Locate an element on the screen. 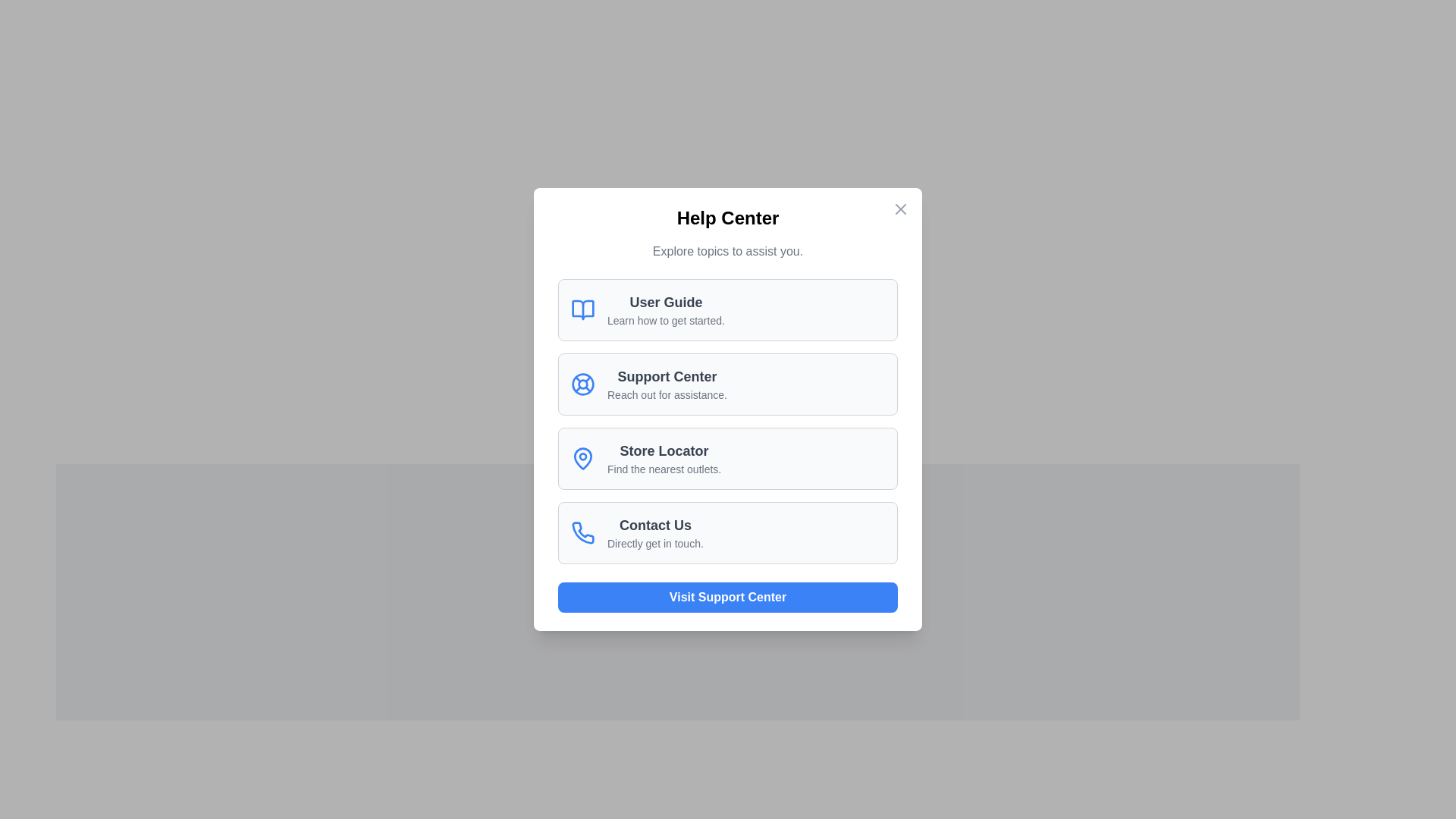  the rectangular button labeled 'Visit Support Center' to change its background color to a darker blue is located at coordinates (728, 596).